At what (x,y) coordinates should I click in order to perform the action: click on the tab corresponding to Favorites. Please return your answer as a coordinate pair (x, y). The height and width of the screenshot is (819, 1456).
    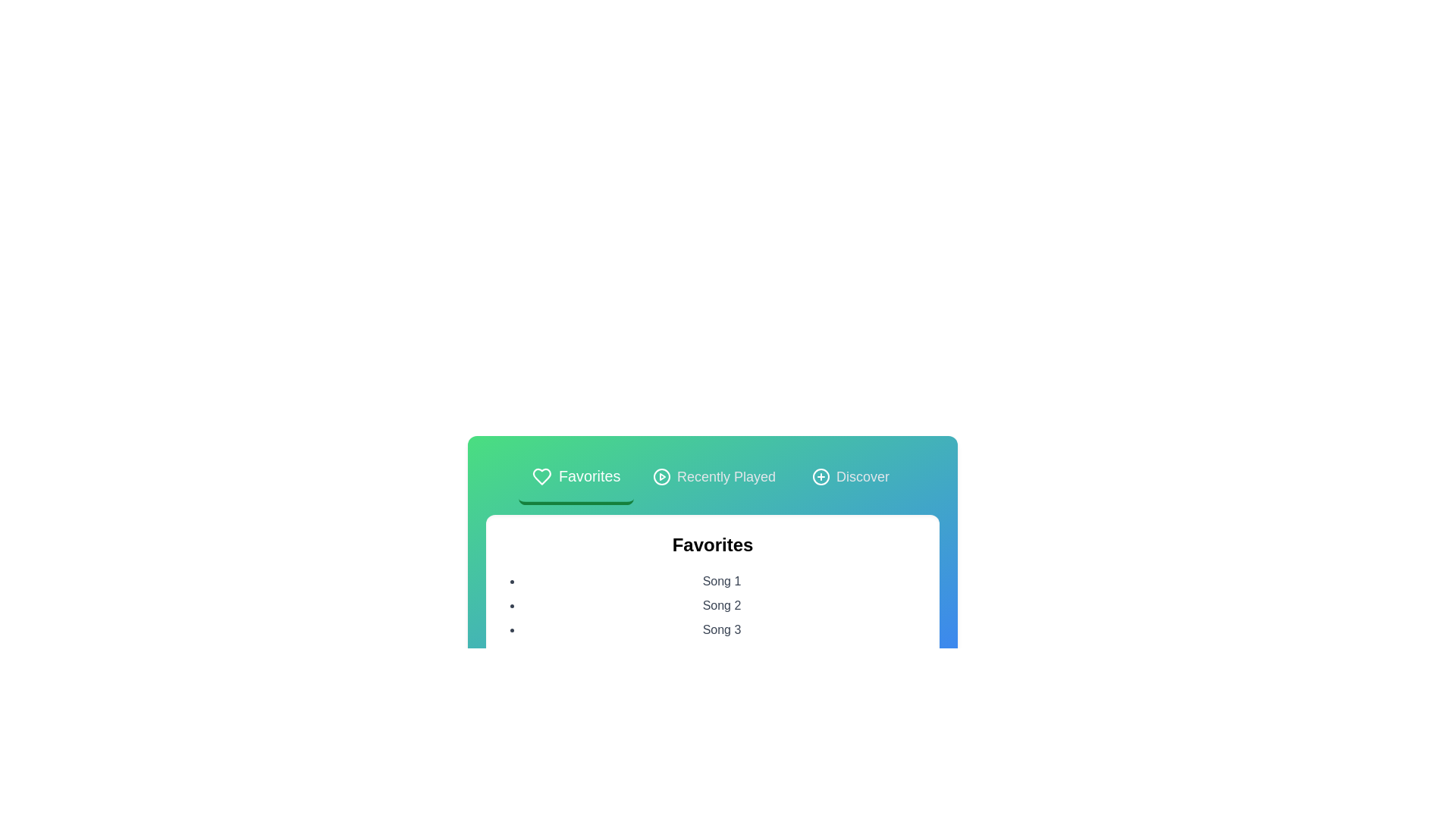
    Looking at the image, I should click on (575, 479).